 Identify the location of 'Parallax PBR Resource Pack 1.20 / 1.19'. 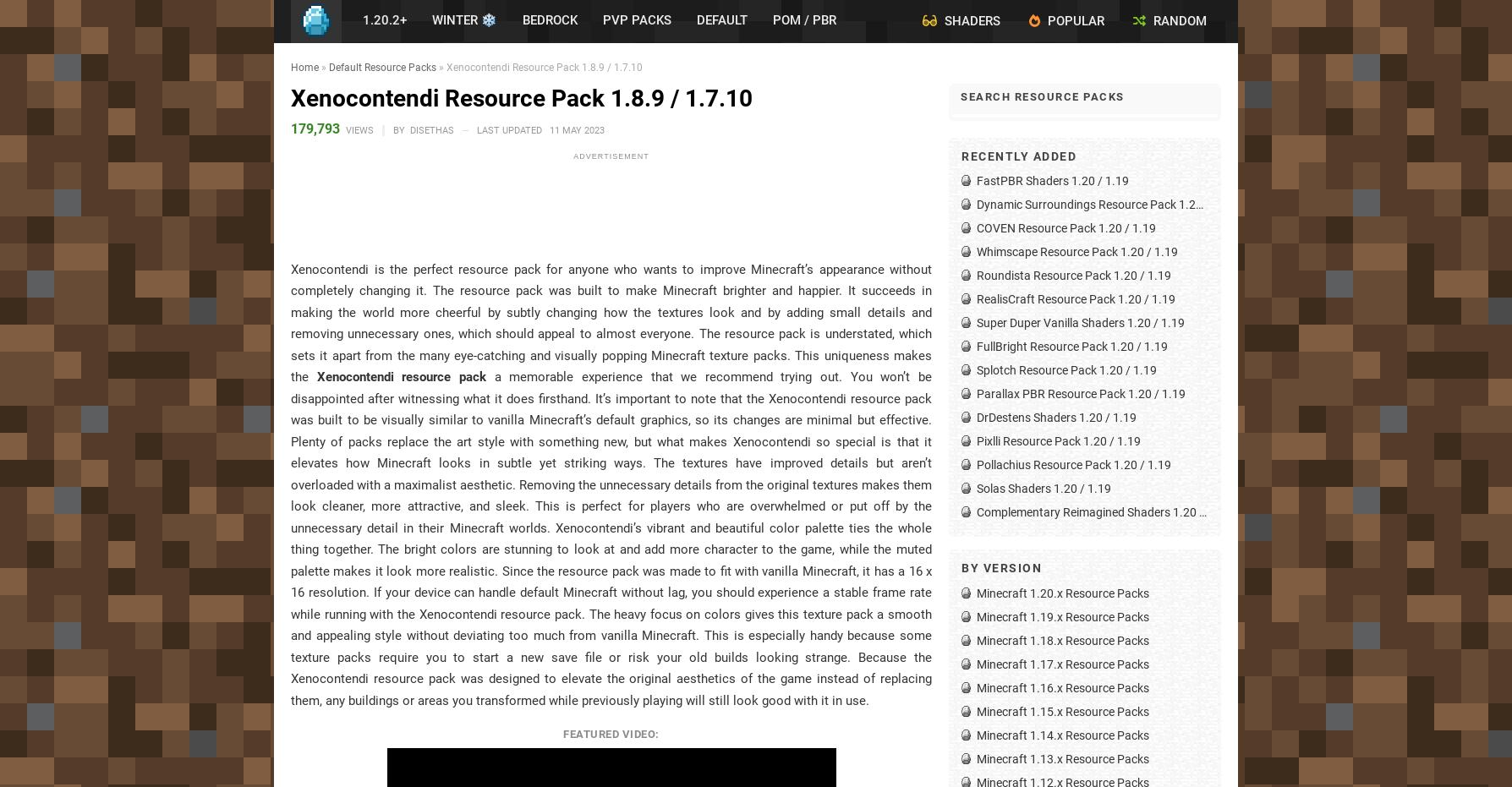
(1080, 392).